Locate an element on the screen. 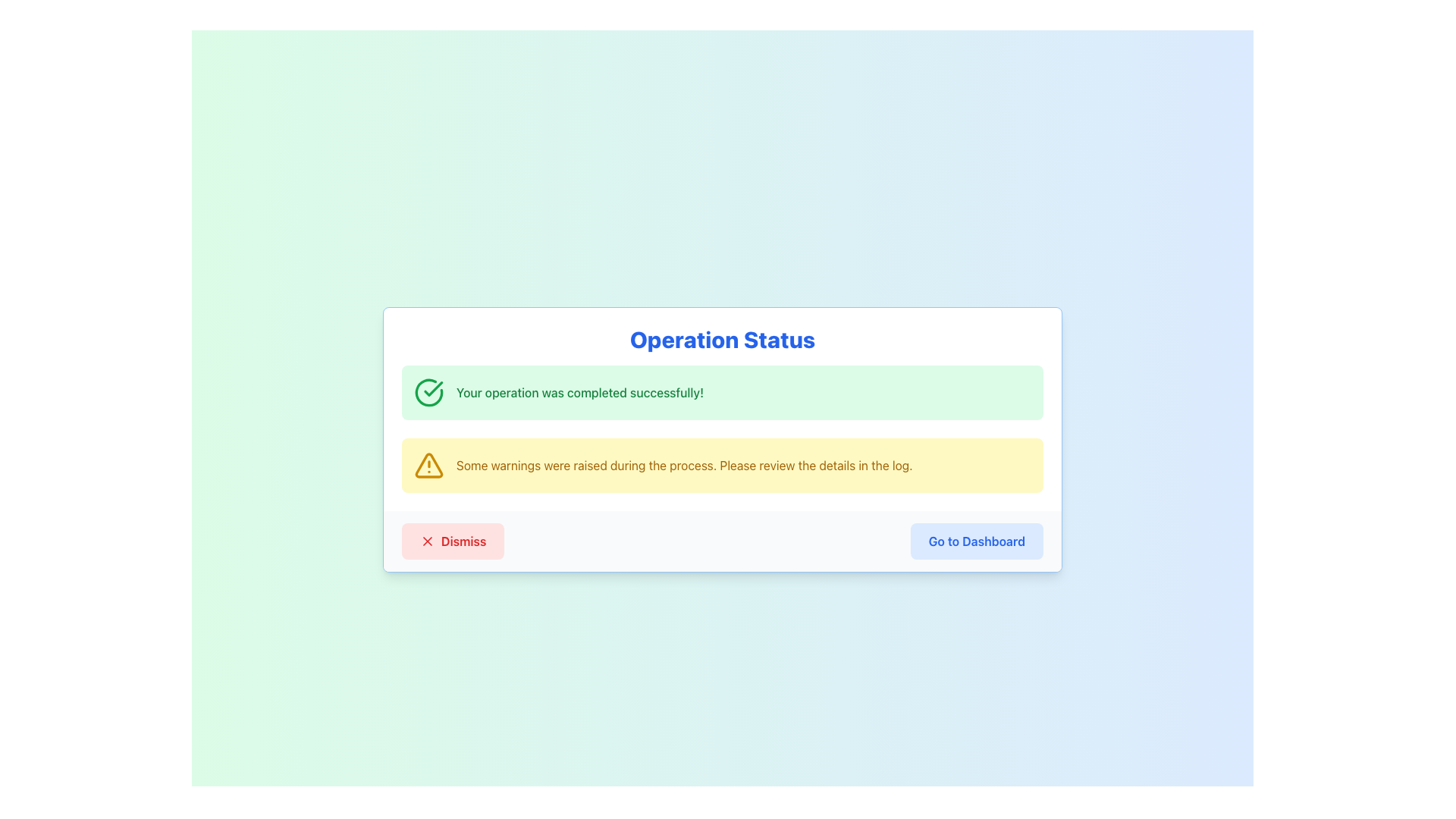 This screenshot has height=819, width=1456. the 'Dismiss' button, which has a light red background and red text, located in the bottom notification panel to activate hover effects is located at coordinates (452, 540).